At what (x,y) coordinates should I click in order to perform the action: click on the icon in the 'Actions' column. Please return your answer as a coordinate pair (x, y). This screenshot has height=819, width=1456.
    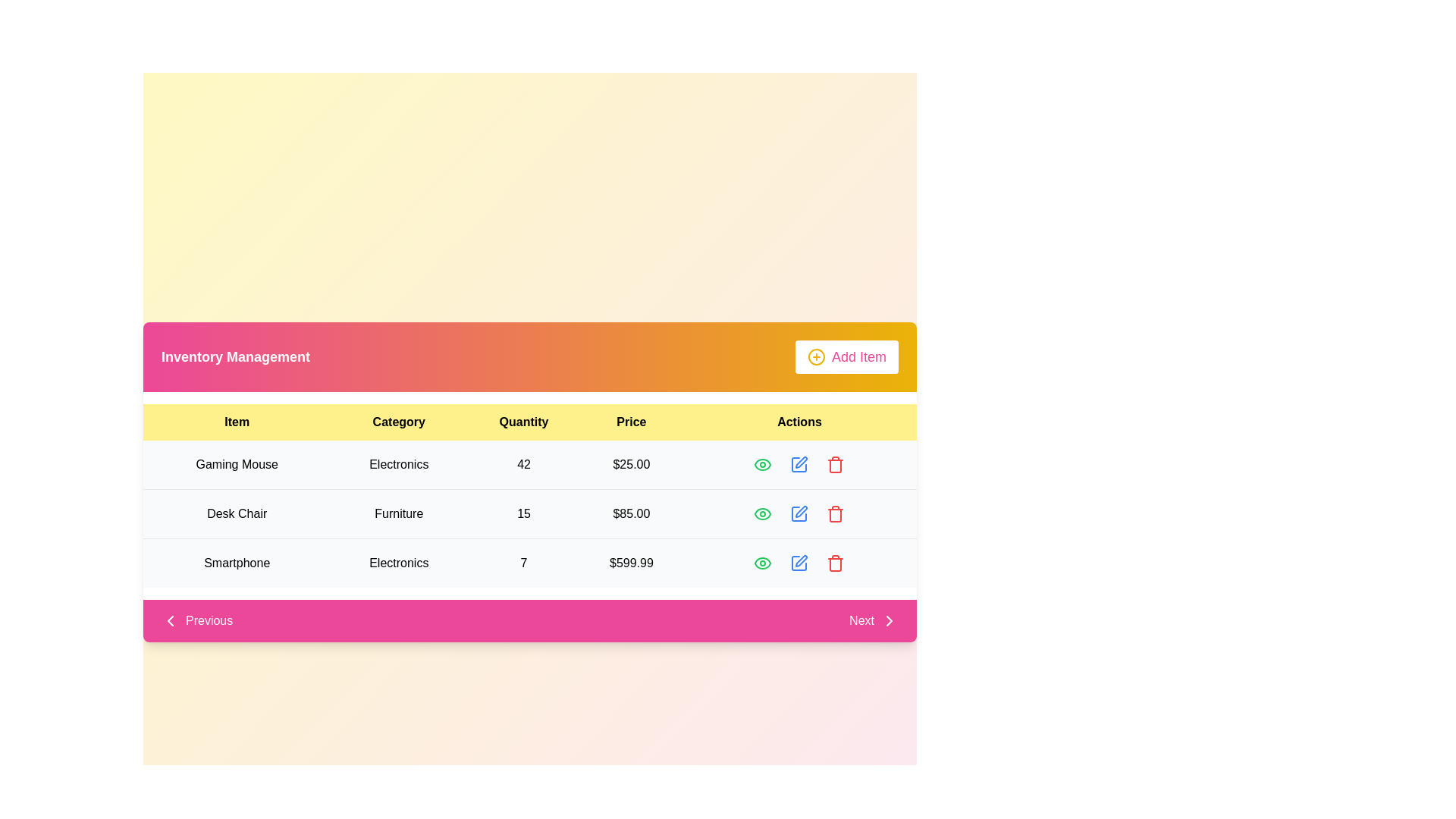
    Looking at the image, I should click on (763, 563).